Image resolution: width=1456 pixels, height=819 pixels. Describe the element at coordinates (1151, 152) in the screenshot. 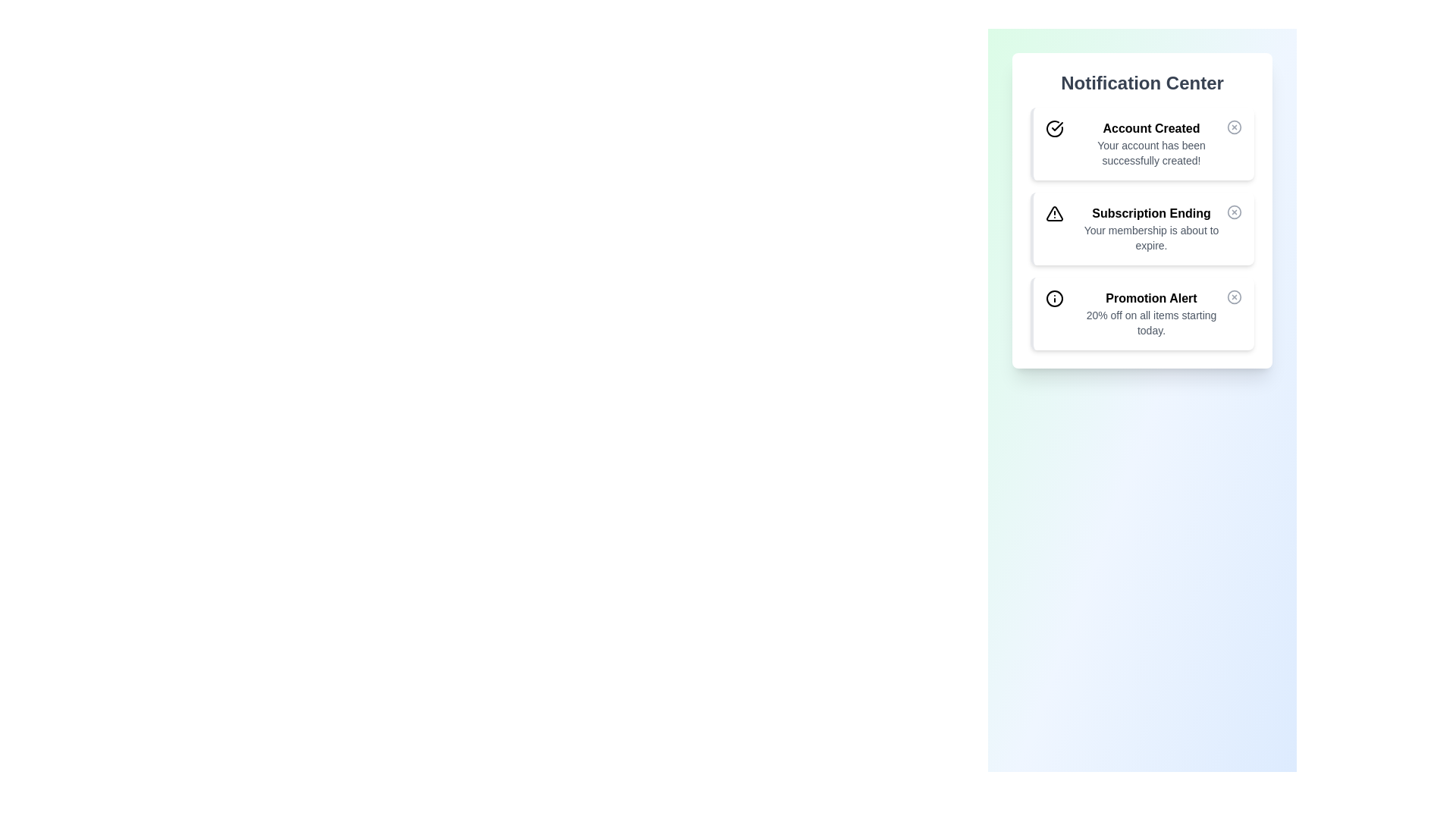

I see `the static text element that reads 'Your account has been successfully created!', which is styled in gray and located under the bold title 'Account Created' in the Notification Center` at that location.